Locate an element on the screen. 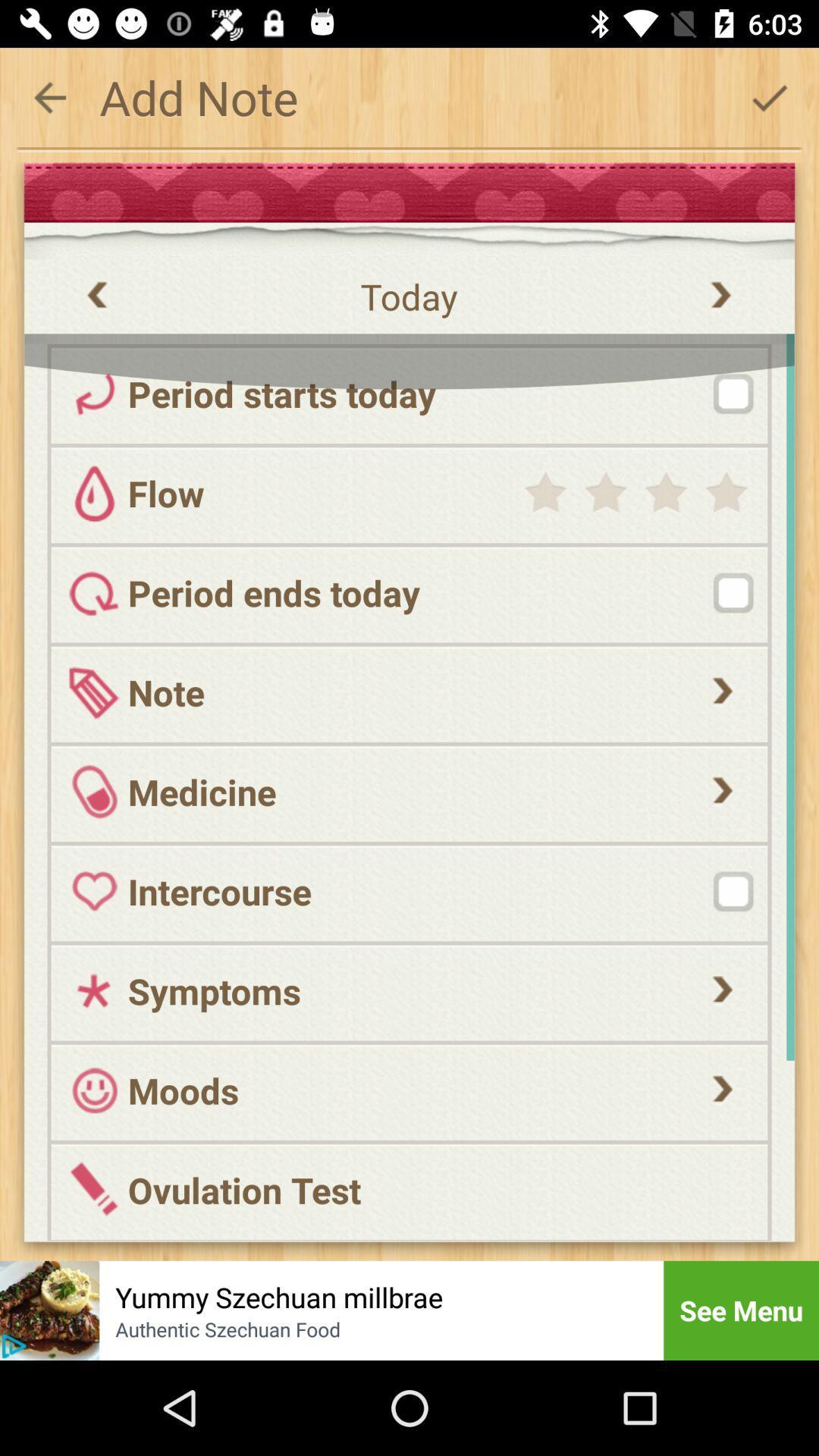  the arrow_forward icon is located at coordinates (722, 981).